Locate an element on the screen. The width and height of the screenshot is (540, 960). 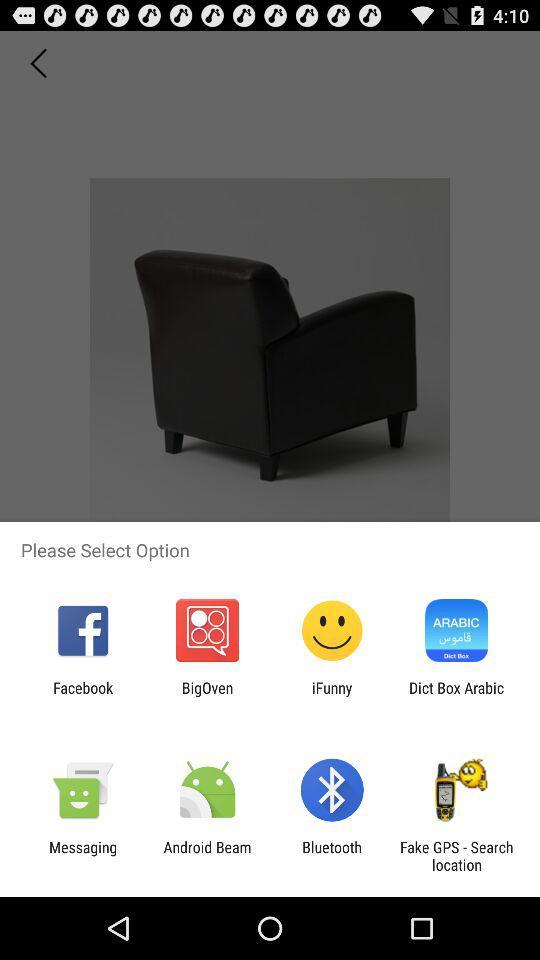
the ifunny is located at coordinates (332, 696).